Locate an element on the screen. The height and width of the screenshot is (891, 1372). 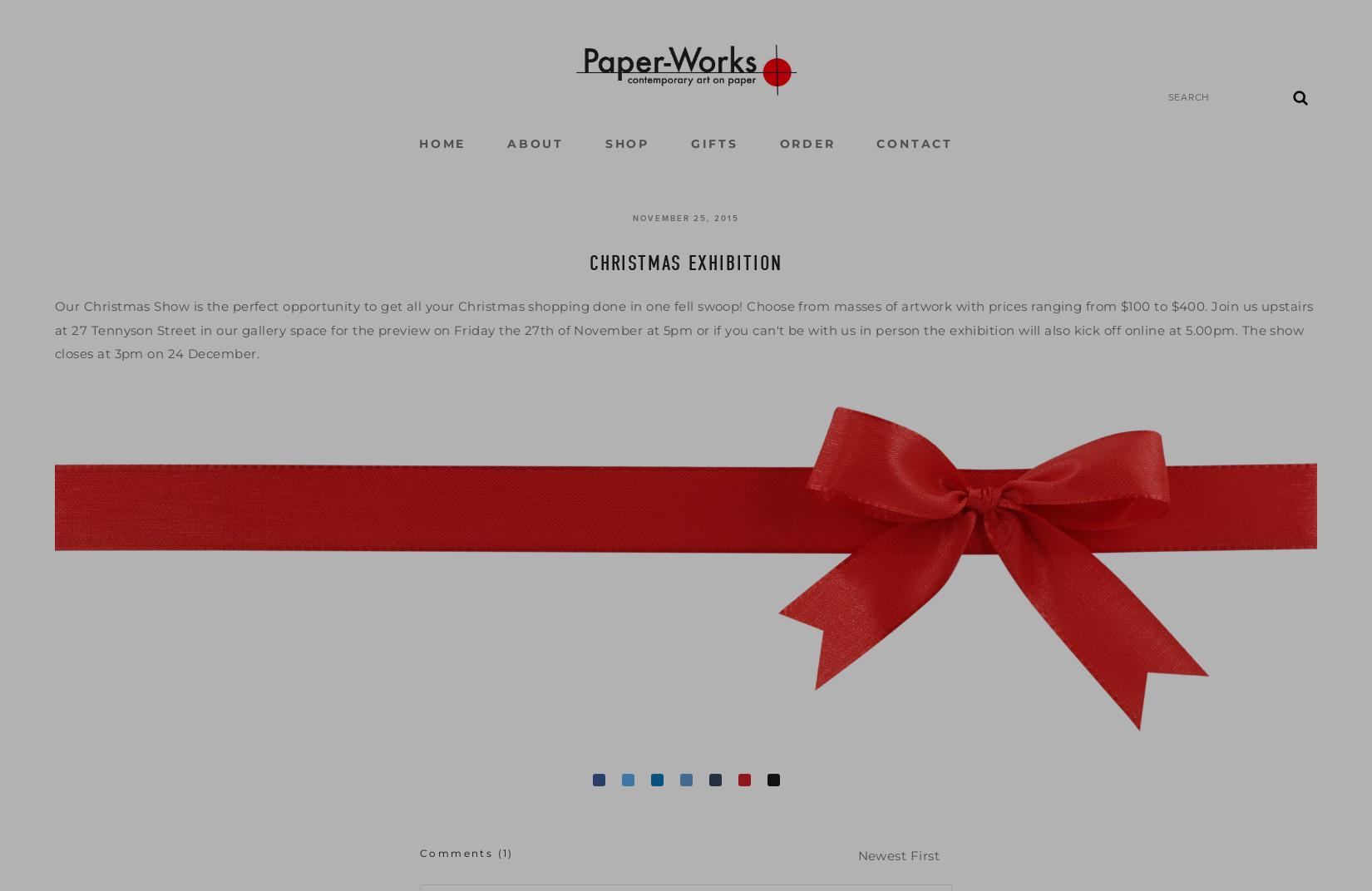
'Our Christmas Show is the perfect opportunity to get all your Christmas shopping done in one fell swoop! Choose from masses of artwork with prices ranging from $100 to $400. Join us upstairs at 27 Tennyson Street in our gallery space for the preview on Friday the 27th of November at 5pm or if you can't be with us in person the exhibition will also kick off online at 5.00pm. The show closes at 3pm on 24 December.' is located at coordinates (684, 329).